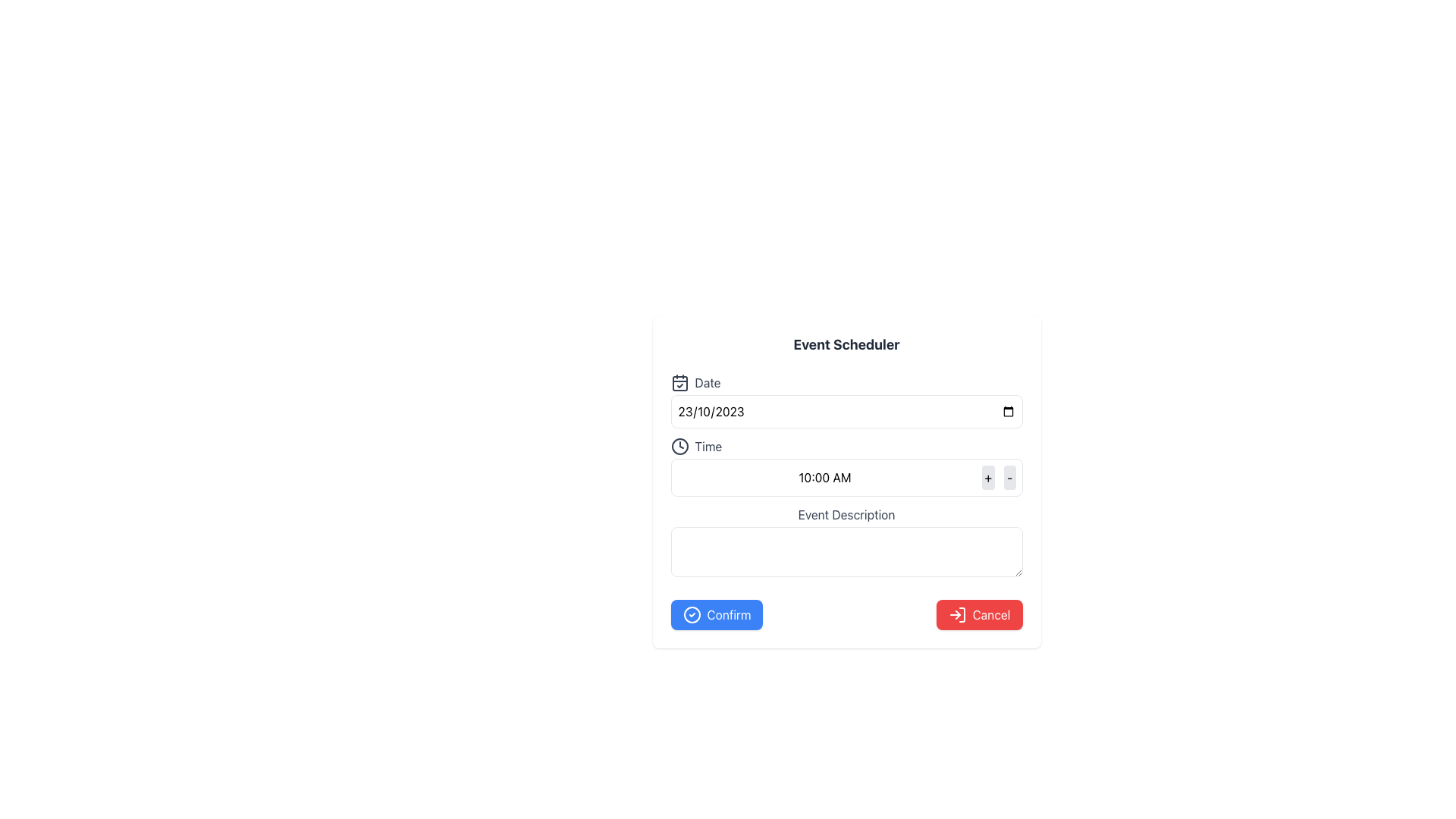 The width and height of the screenshot is (1456, 819). I want to click on the 'Cancel' button which has a bright red background and white text, featuring an arrow icon pointing to the right, so click(979, 614).